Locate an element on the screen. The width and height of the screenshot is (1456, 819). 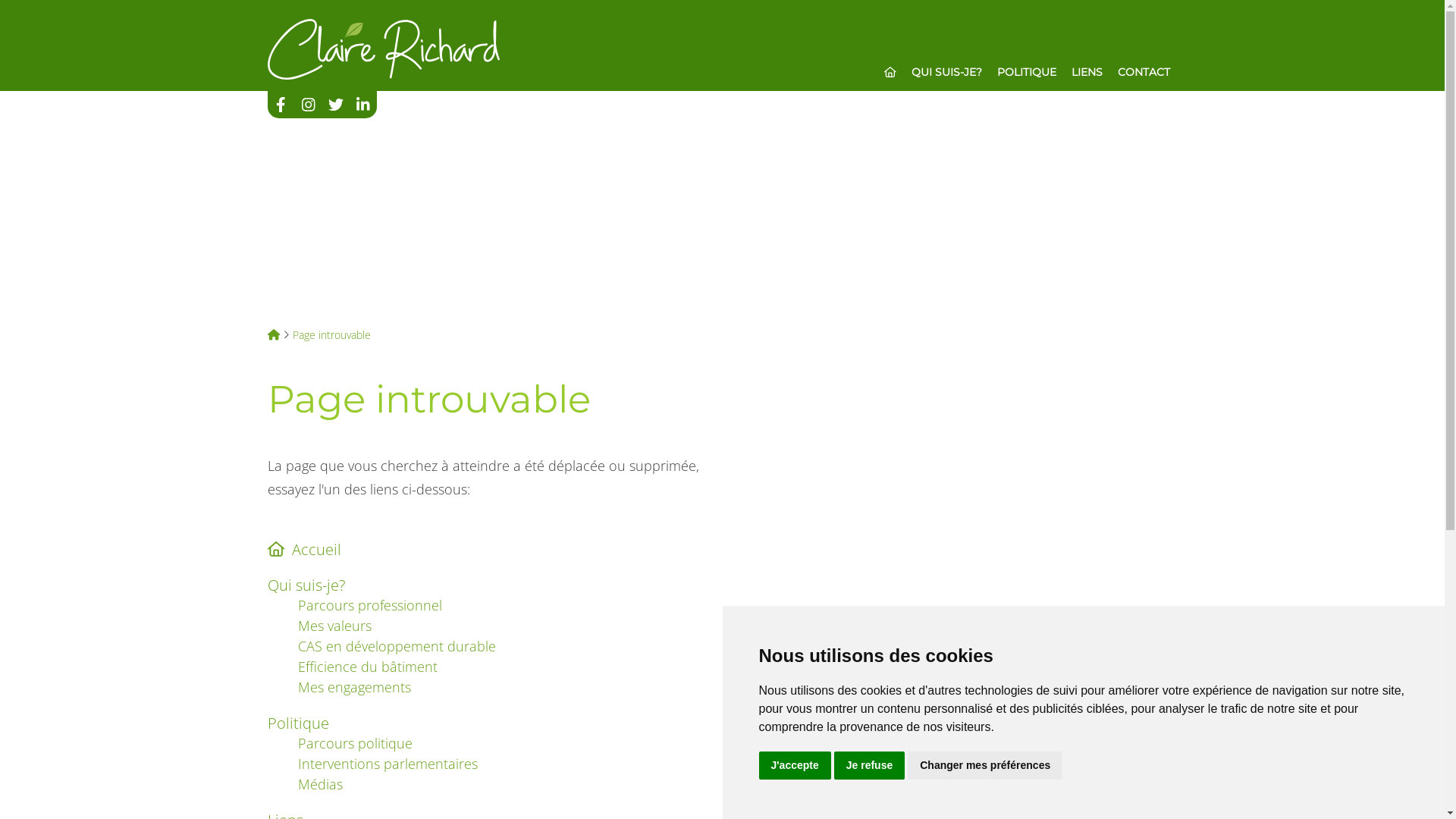
'LIENS' is located at coordinates (1085, 72).